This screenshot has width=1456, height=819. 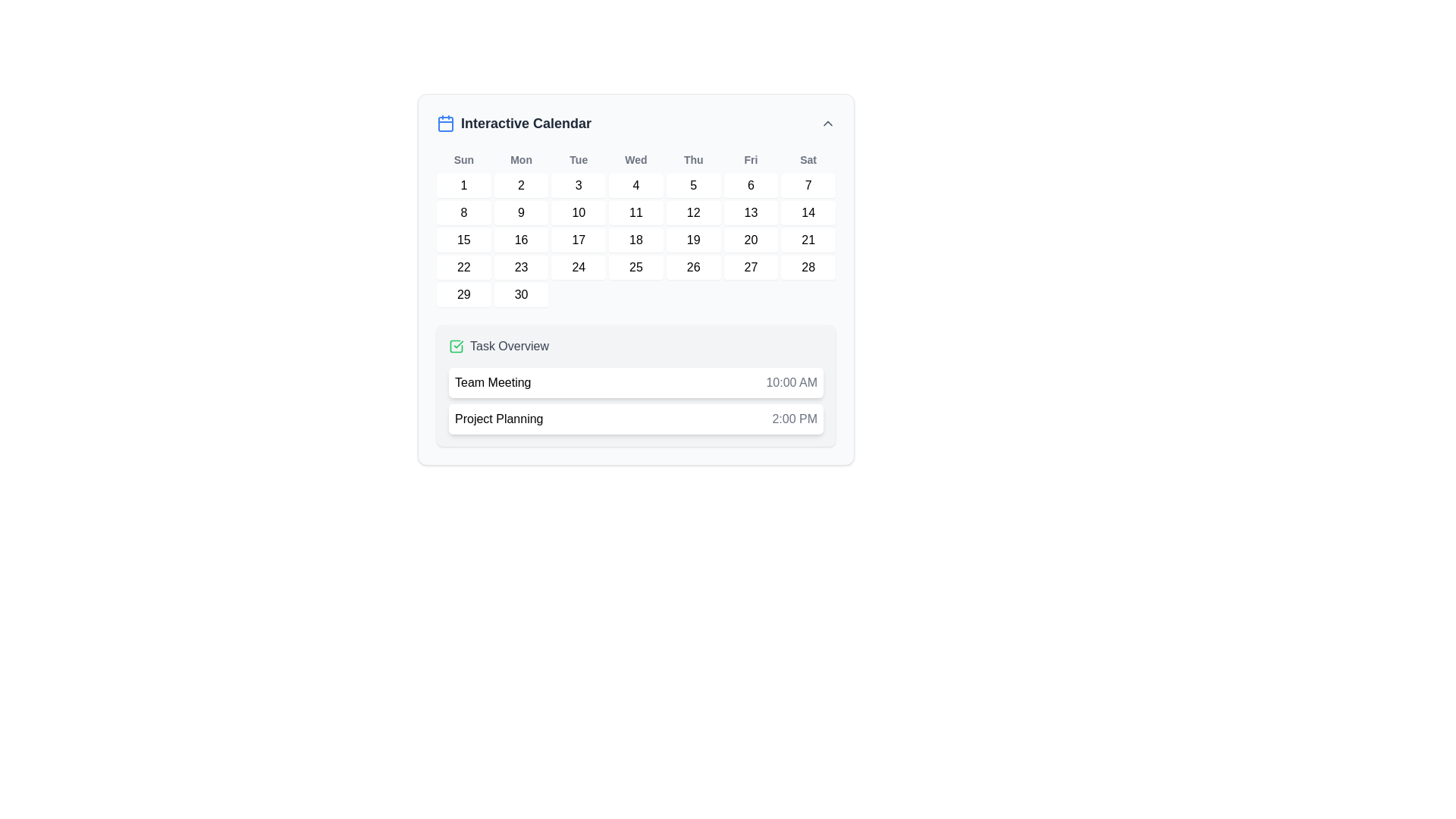 I want to click on the Calendar date tile displaying the number '18', so click(x=636, y=239).